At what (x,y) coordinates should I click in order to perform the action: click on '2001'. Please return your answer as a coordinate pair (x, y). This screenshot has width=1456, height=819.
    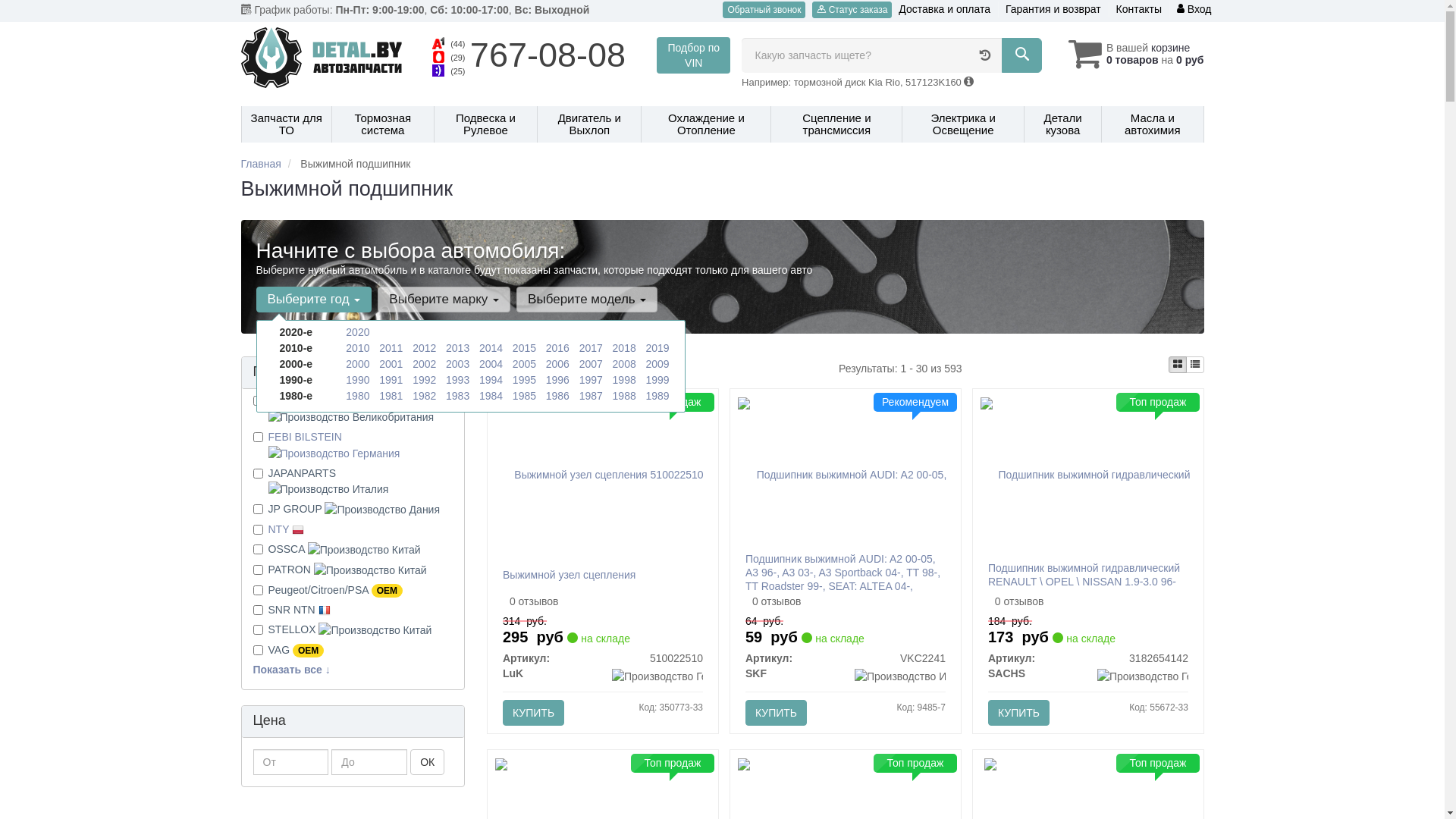
    Looking at the image, I should click on (391, 363).